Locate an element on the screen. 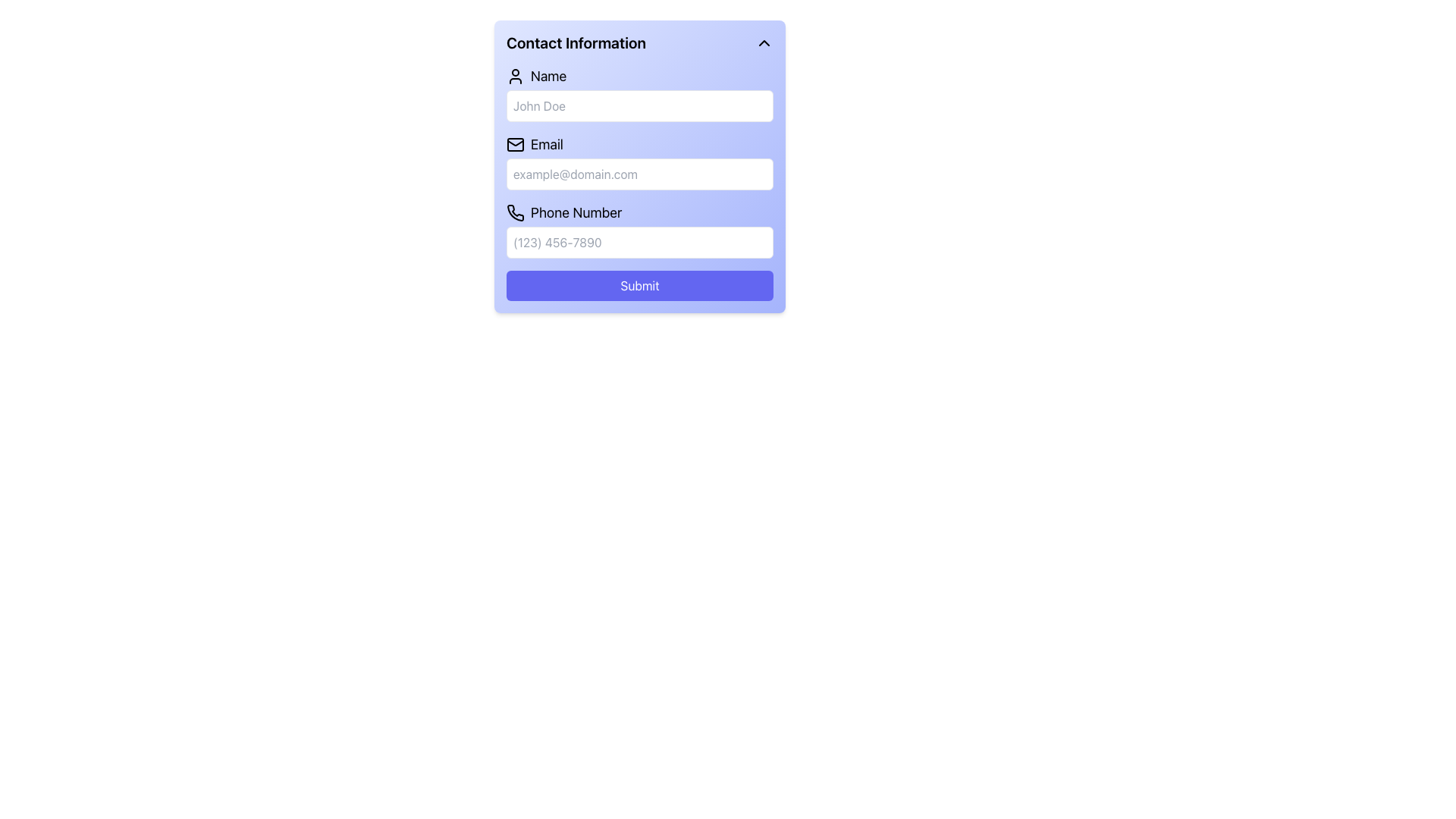 The height and width of the screenshot is (819, 1456). the 'Contact Information' header element, which displays the text in bold and larger font, aligned to the left, with a chevron icon on the right, indicating it is part of a collapsible section is located at coordinates (640, 42).